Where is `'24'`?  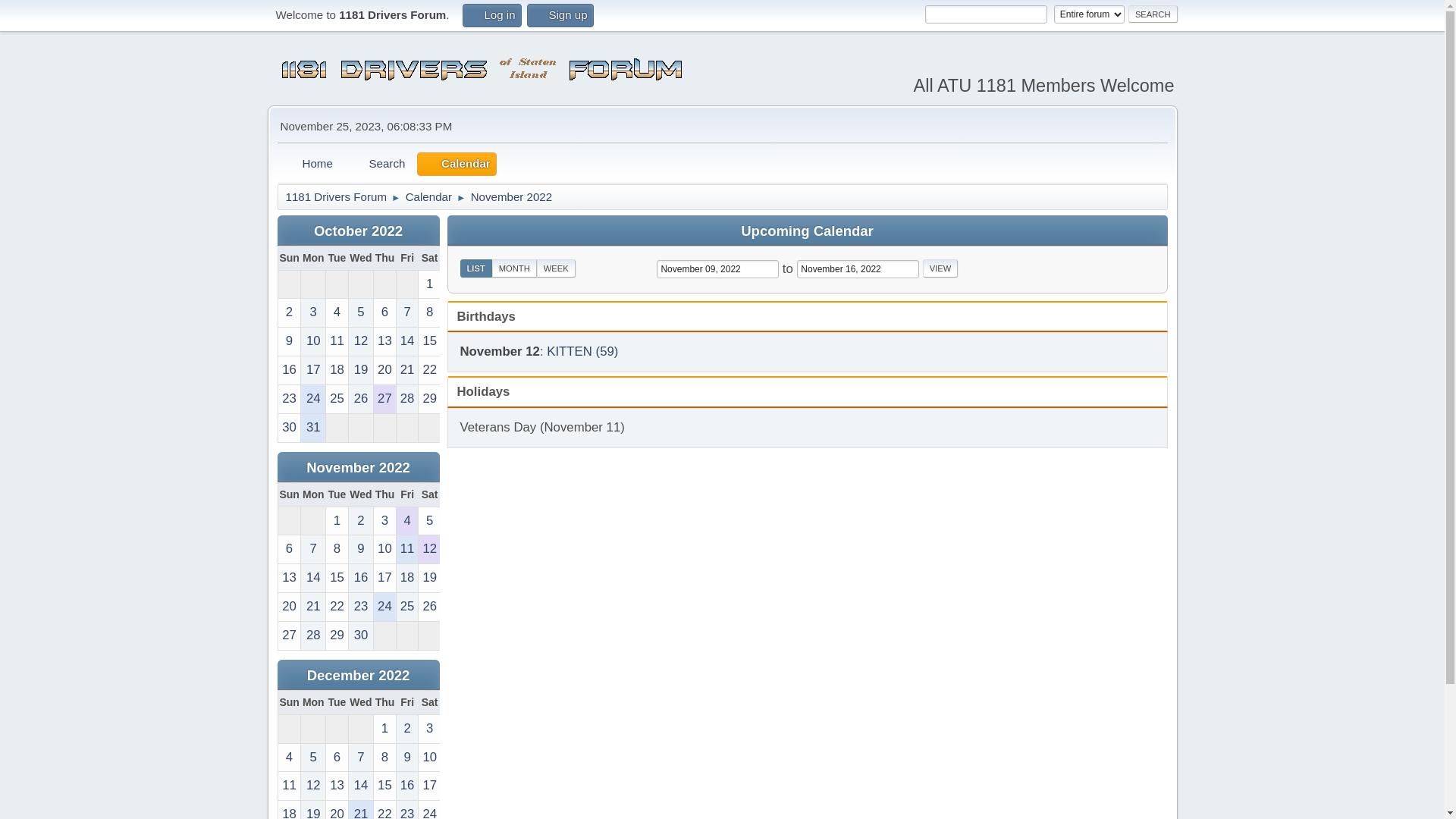
'24' is located at coordinates (312, 398).